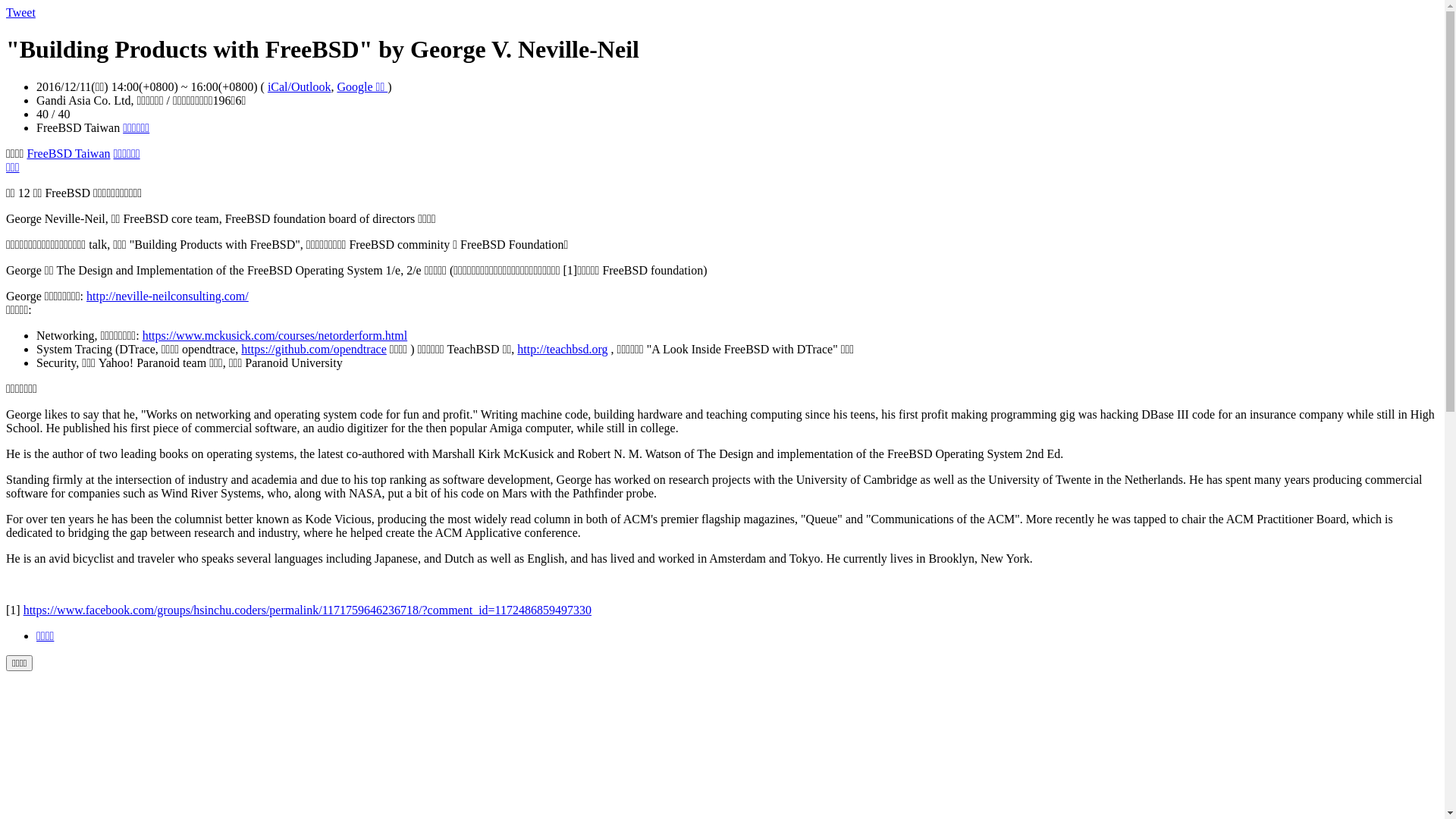  What do you see at coordinates (561, 349) in the screenshot?
I see `'http://teachbsd.org'` at bounding box center [561, 349].